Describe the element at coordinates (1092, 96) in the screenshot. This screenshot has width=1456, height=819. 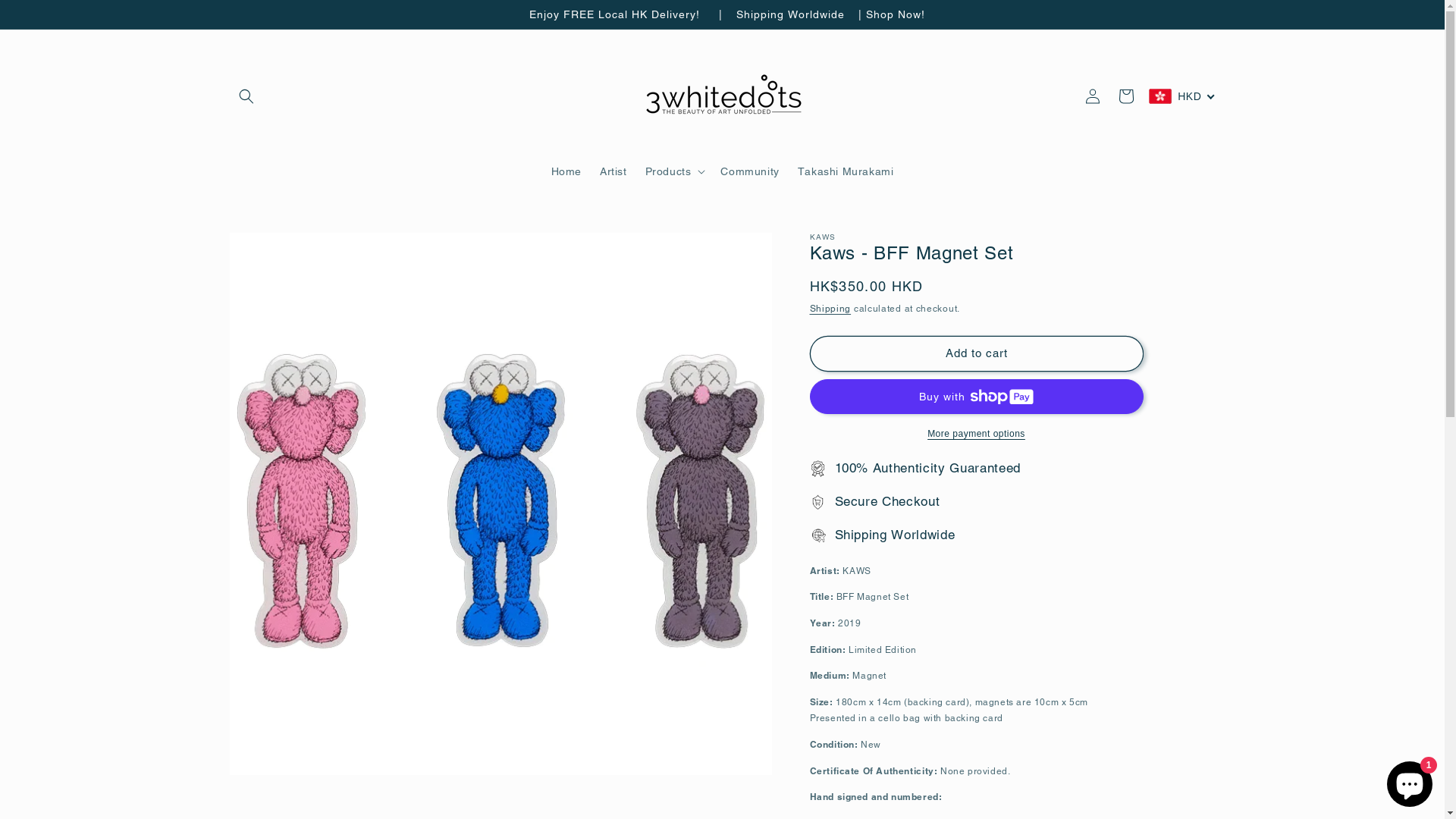
I see `'Log in'` at that location.